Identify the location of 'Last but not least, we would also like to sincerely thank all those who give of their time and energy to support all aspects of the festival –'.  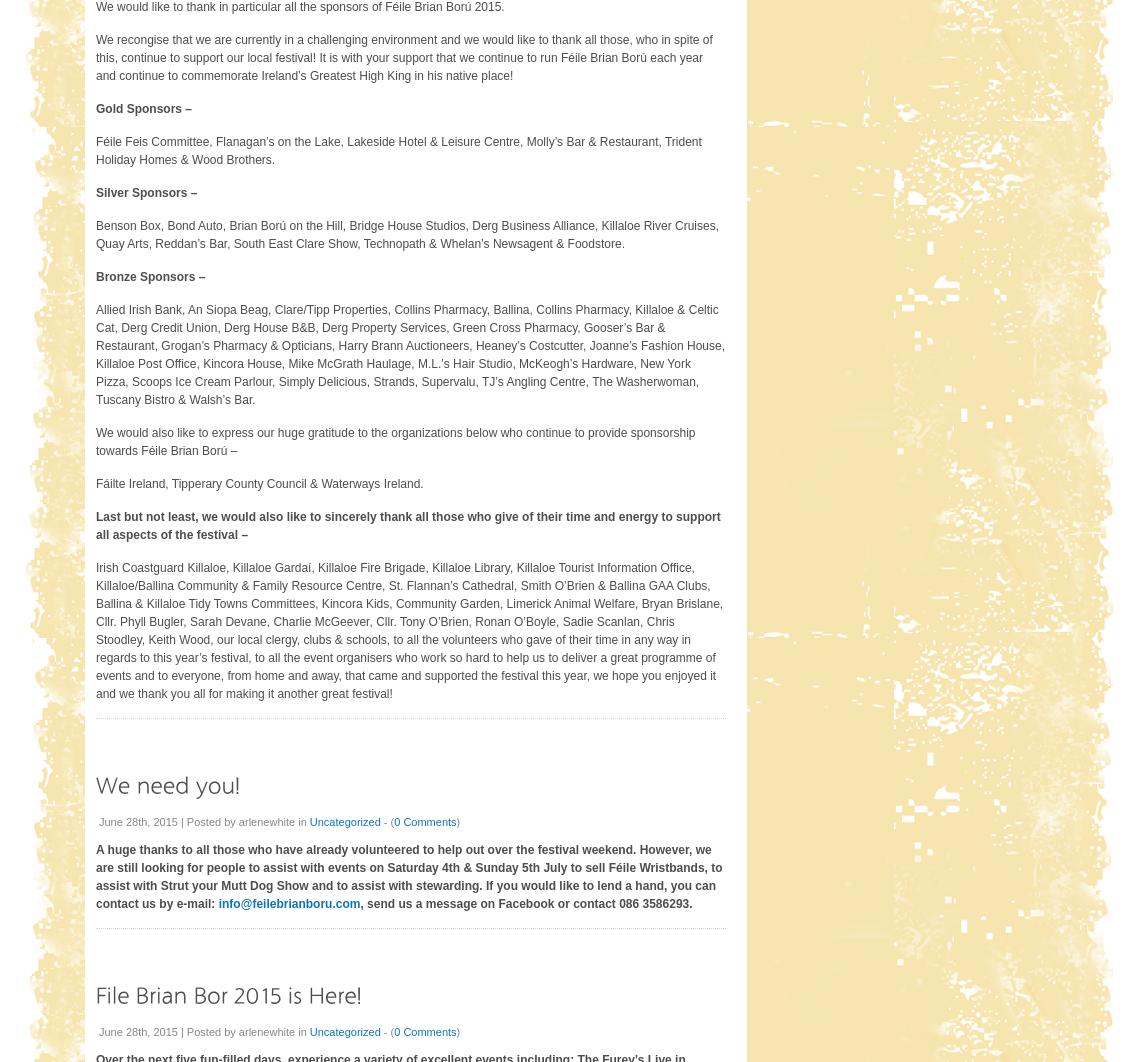
(407, 524).